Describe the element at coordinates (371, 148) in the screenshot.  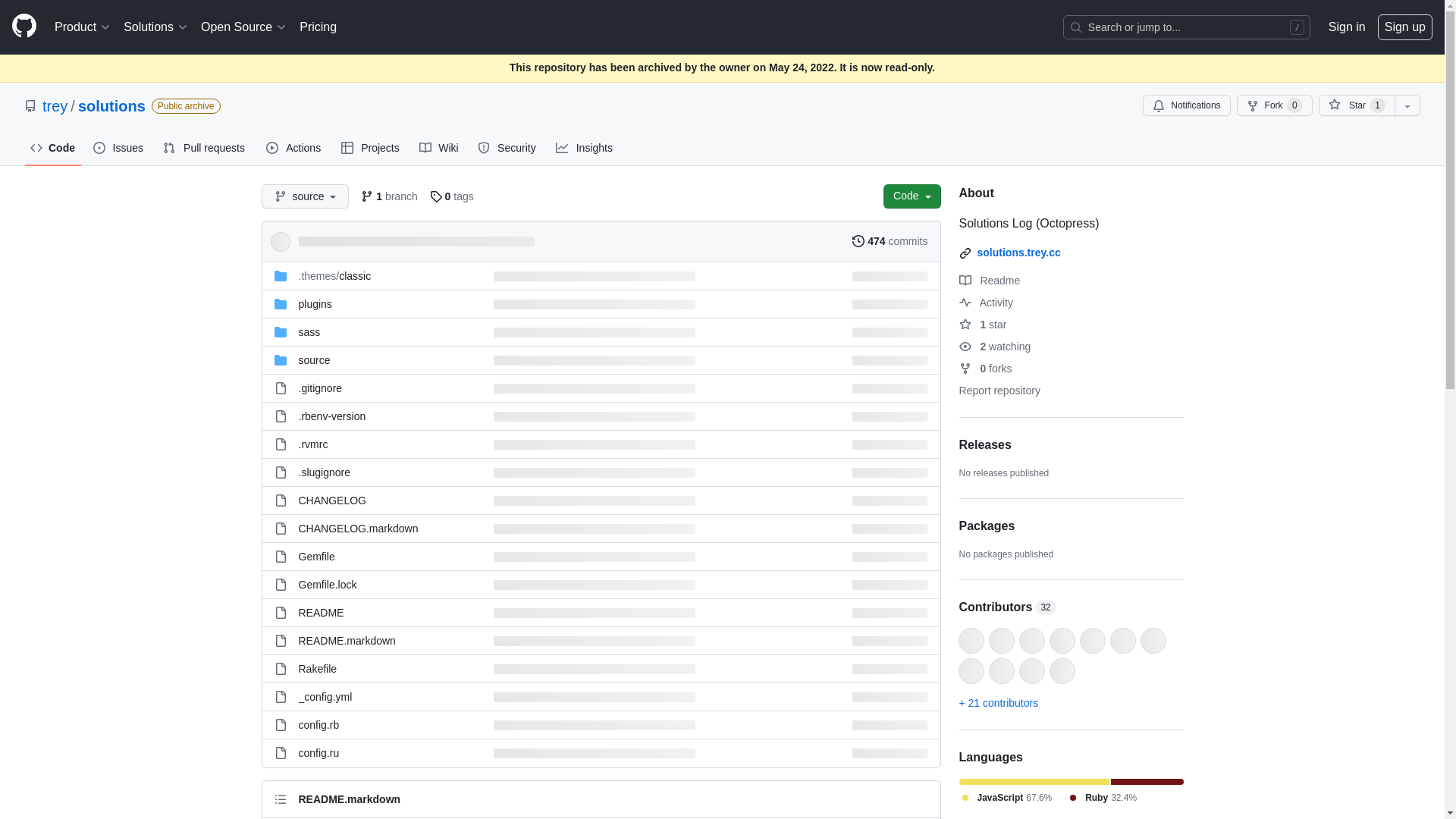
I see `'Projects'` at that location.